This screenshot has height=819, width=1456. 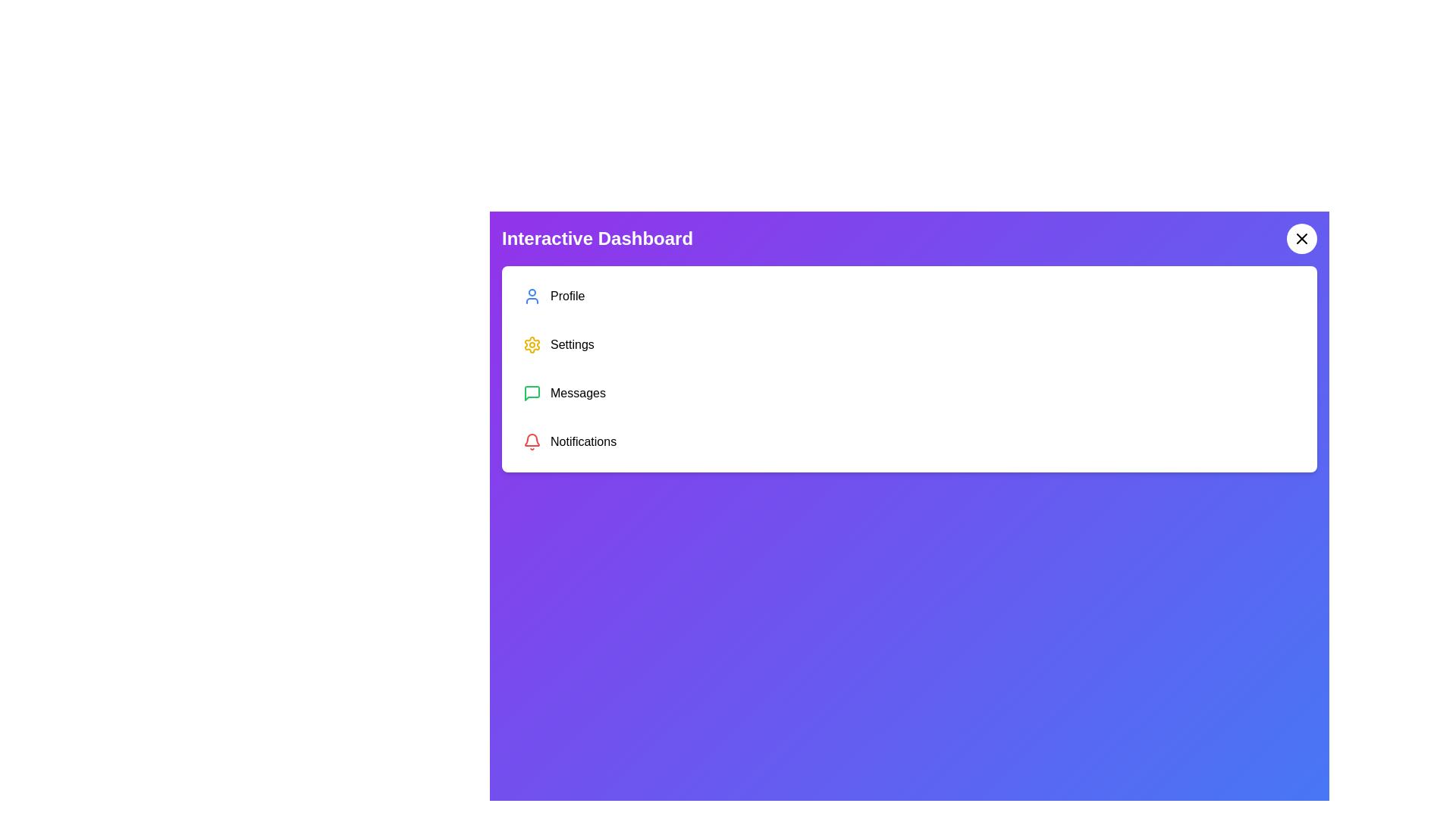 I want to click on the 'Messages' text label, which is the third option in the vertical menu list, aligned to the right of the green chat bubble icon, so click(x=577, y=393).